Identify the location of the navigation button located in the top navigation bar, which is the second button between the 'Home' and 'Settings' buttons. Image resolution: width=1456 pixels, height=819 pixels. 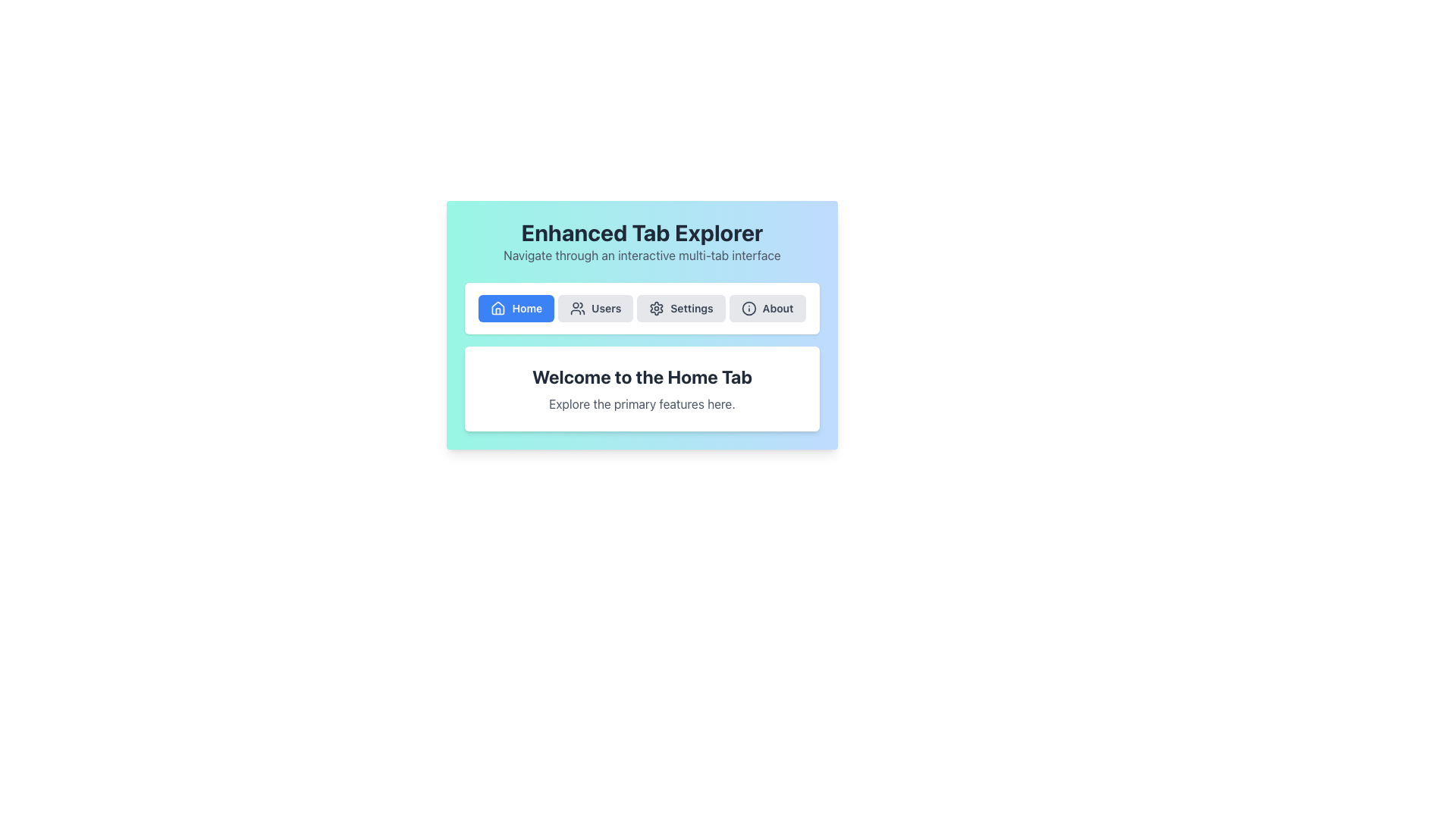
(595, 308).